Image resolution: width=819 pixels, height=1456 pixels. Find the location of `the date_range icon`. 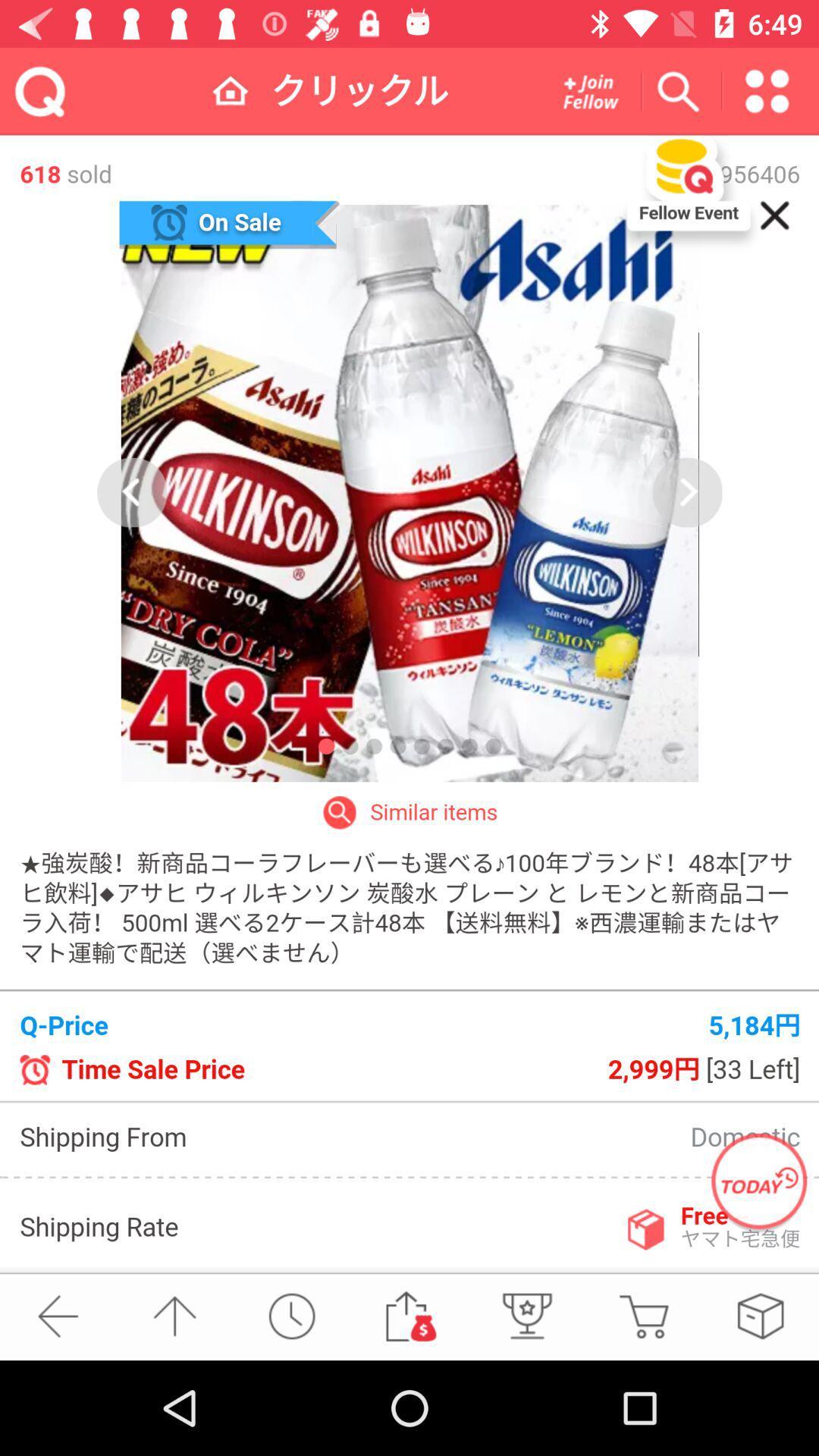

the date_range icon is located at coordinates (590, 90).